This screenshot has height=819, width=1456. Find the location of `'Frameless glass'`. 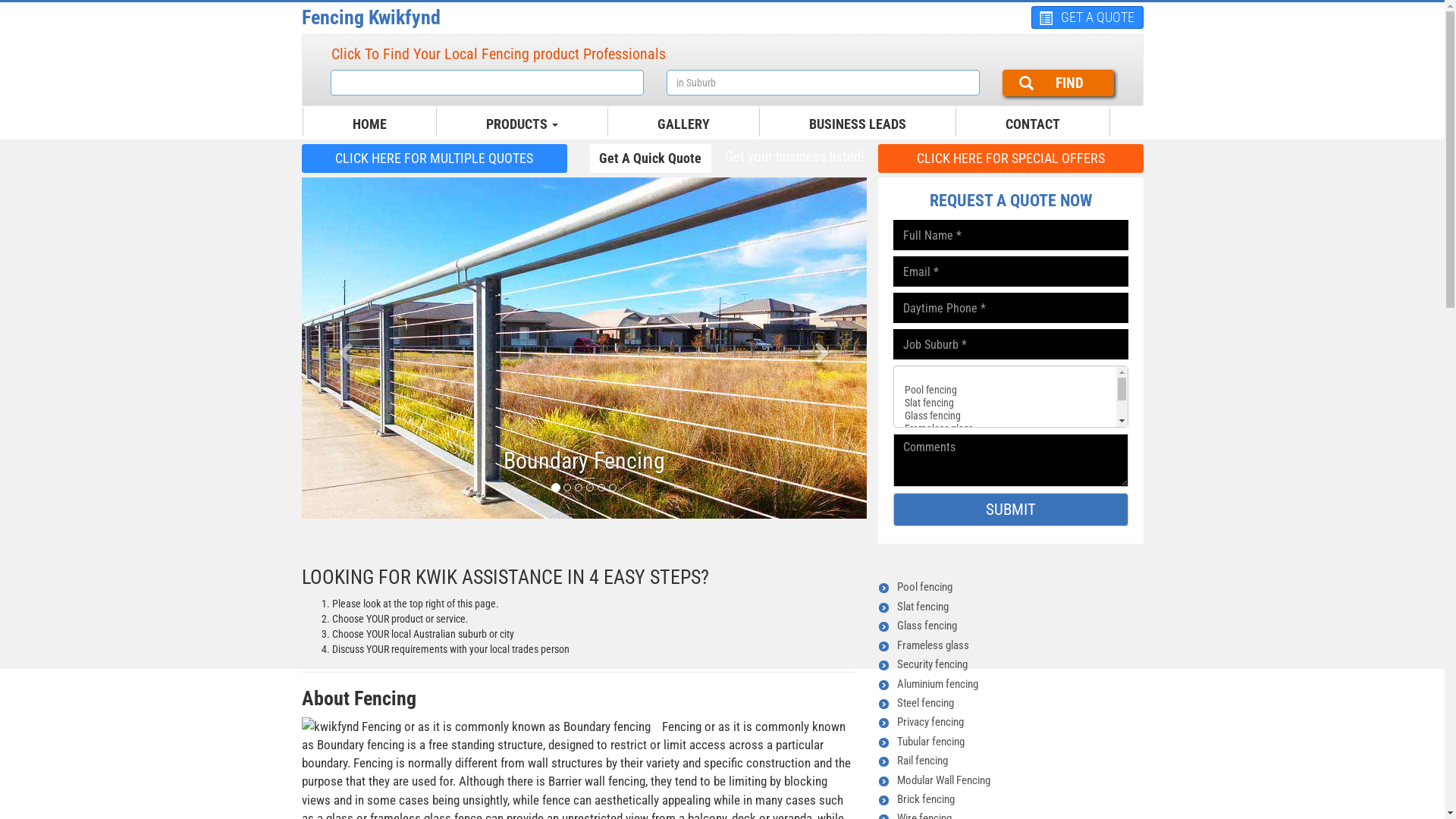

'Frameless glass' is located at coordinates (931, 645).